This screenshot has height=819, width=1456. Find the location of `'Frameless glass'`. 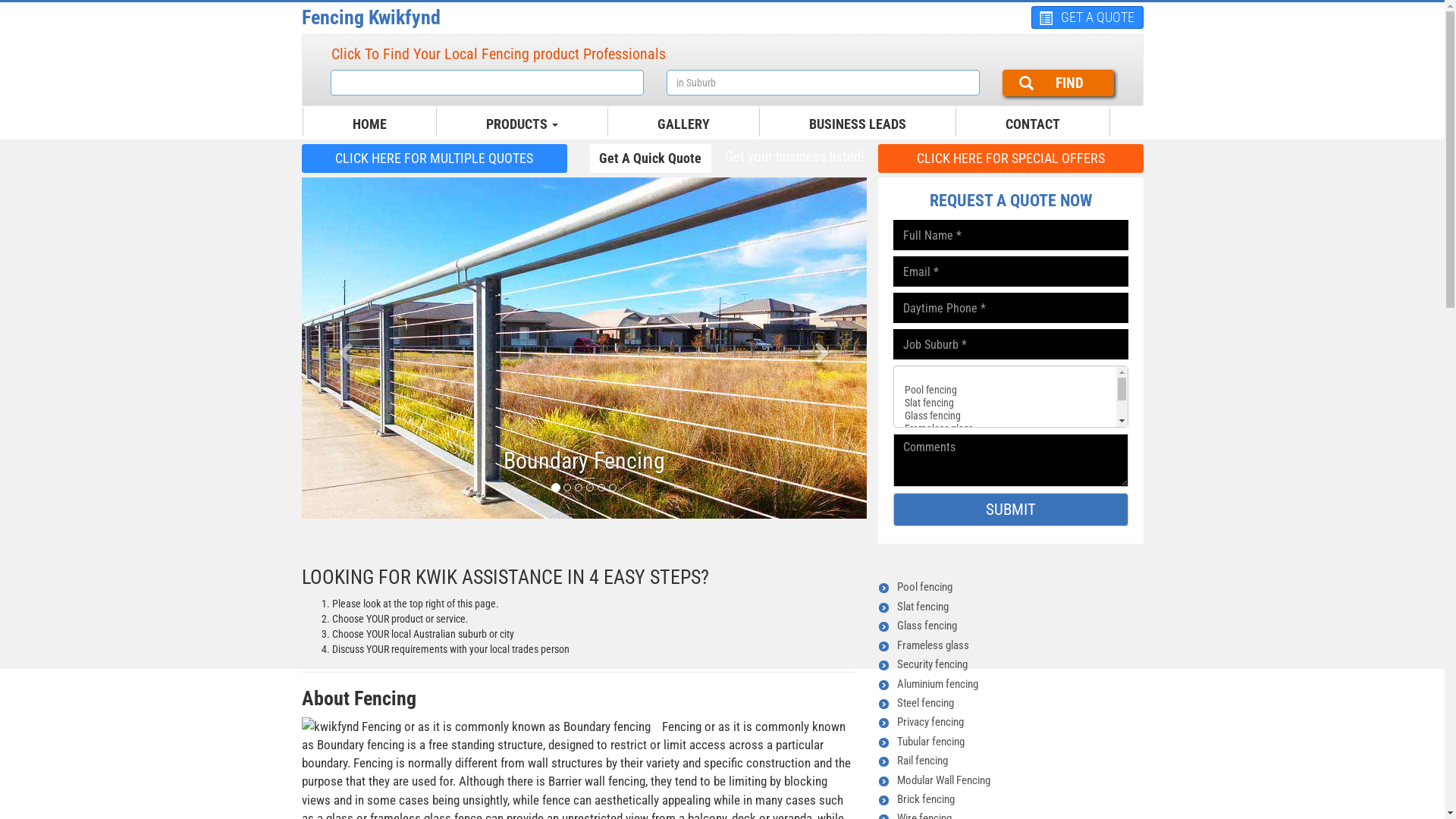

'Frameless glass' is located at coordinates (931, 645).